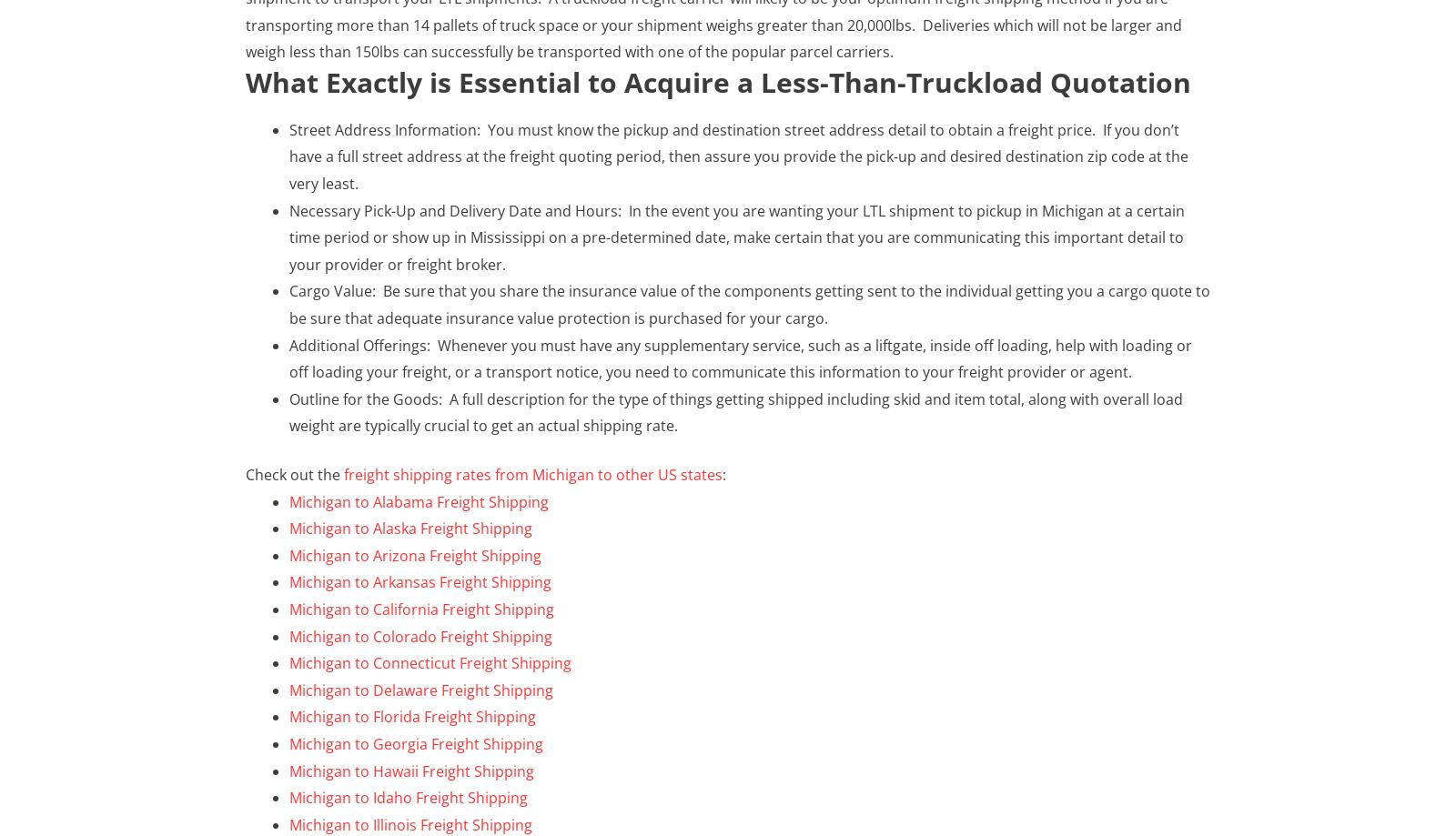  I want to click on ':', so click(724, 473).